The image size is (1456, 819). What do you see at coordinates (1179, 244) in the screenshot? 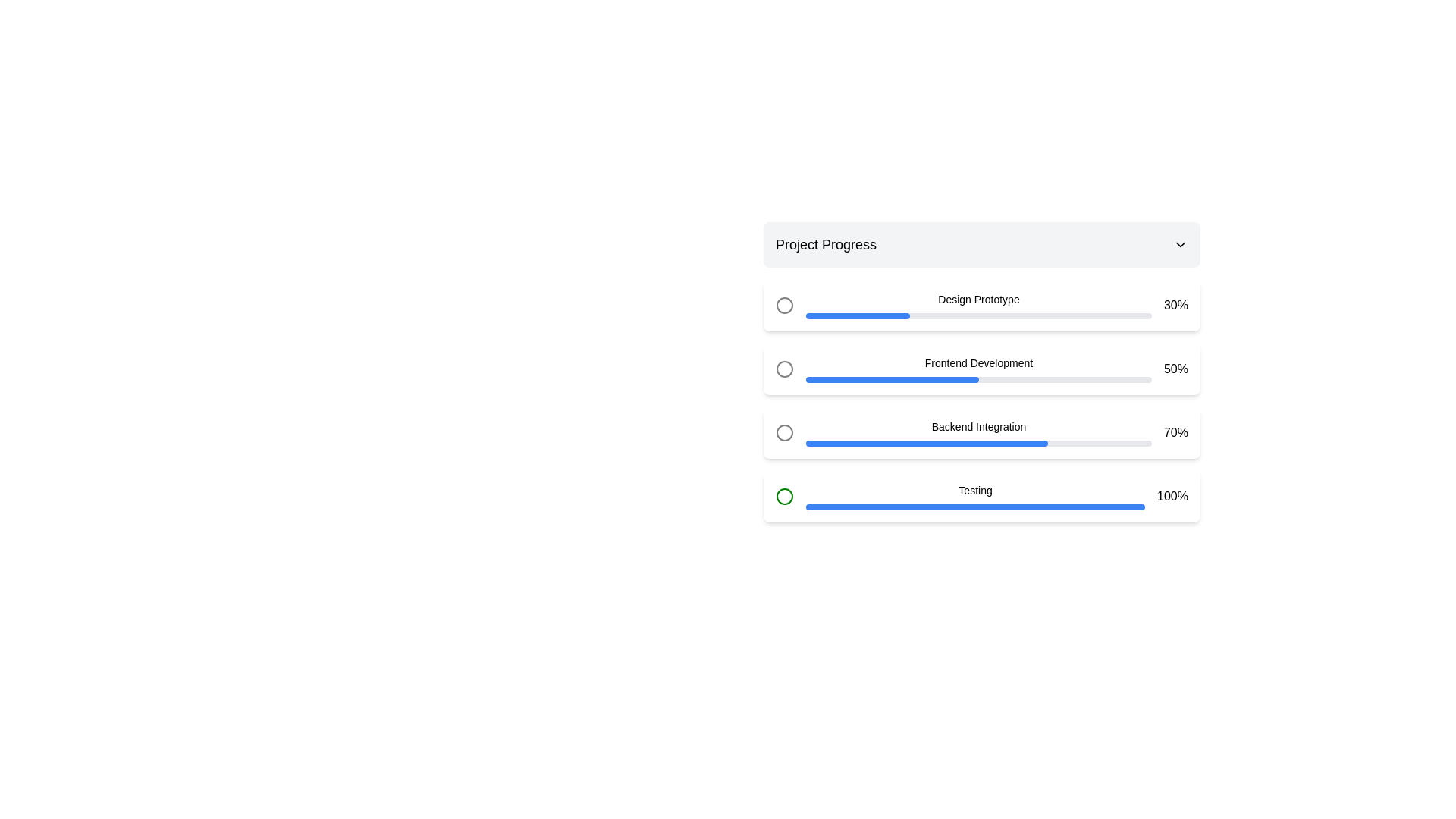
I see `the expand/collapse icon located at the rightmost edge of the 'Project Progress' header` at bounding box center [1179, 244].